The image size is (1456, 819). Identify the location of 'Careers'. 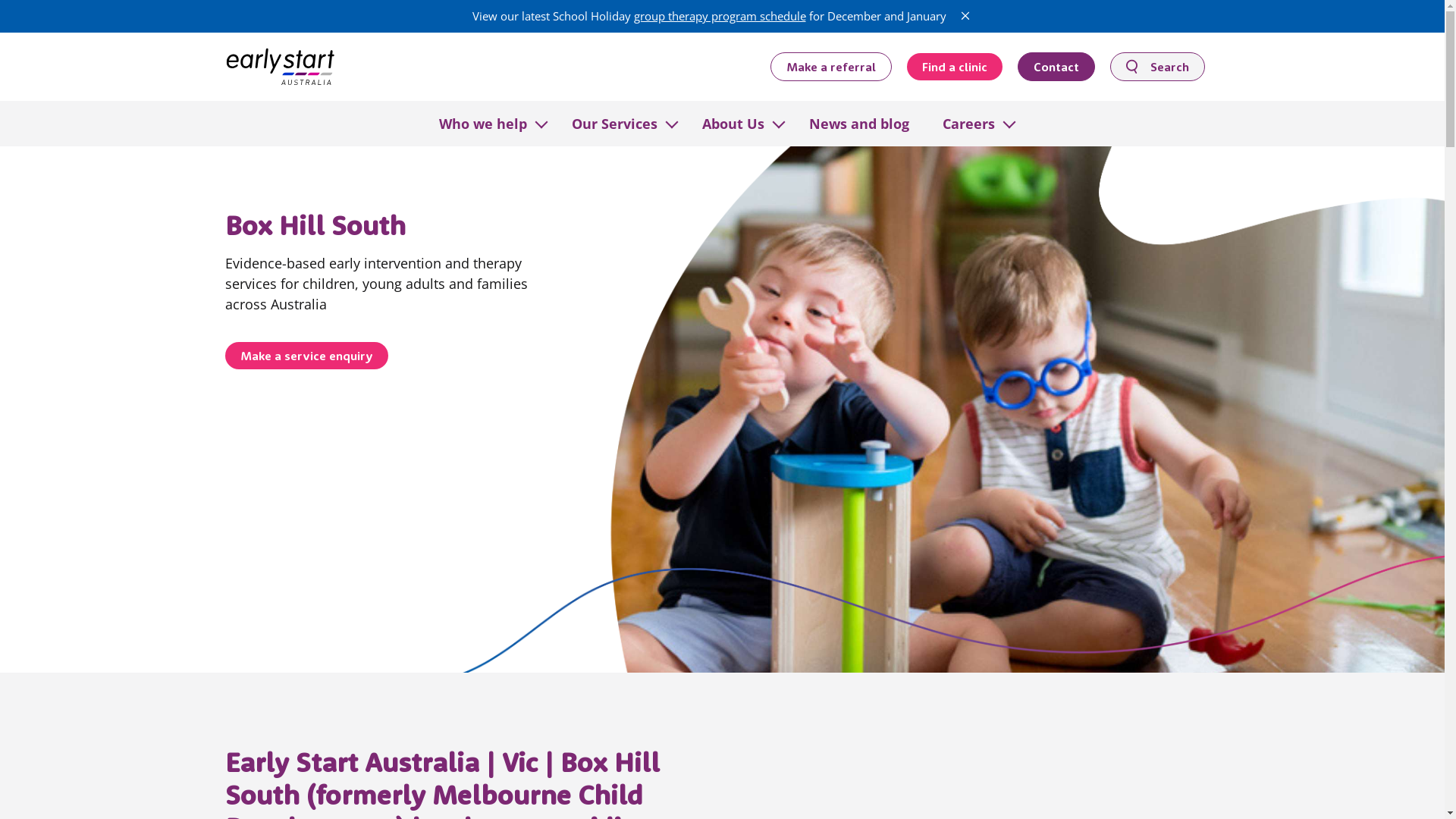
(967, 122).